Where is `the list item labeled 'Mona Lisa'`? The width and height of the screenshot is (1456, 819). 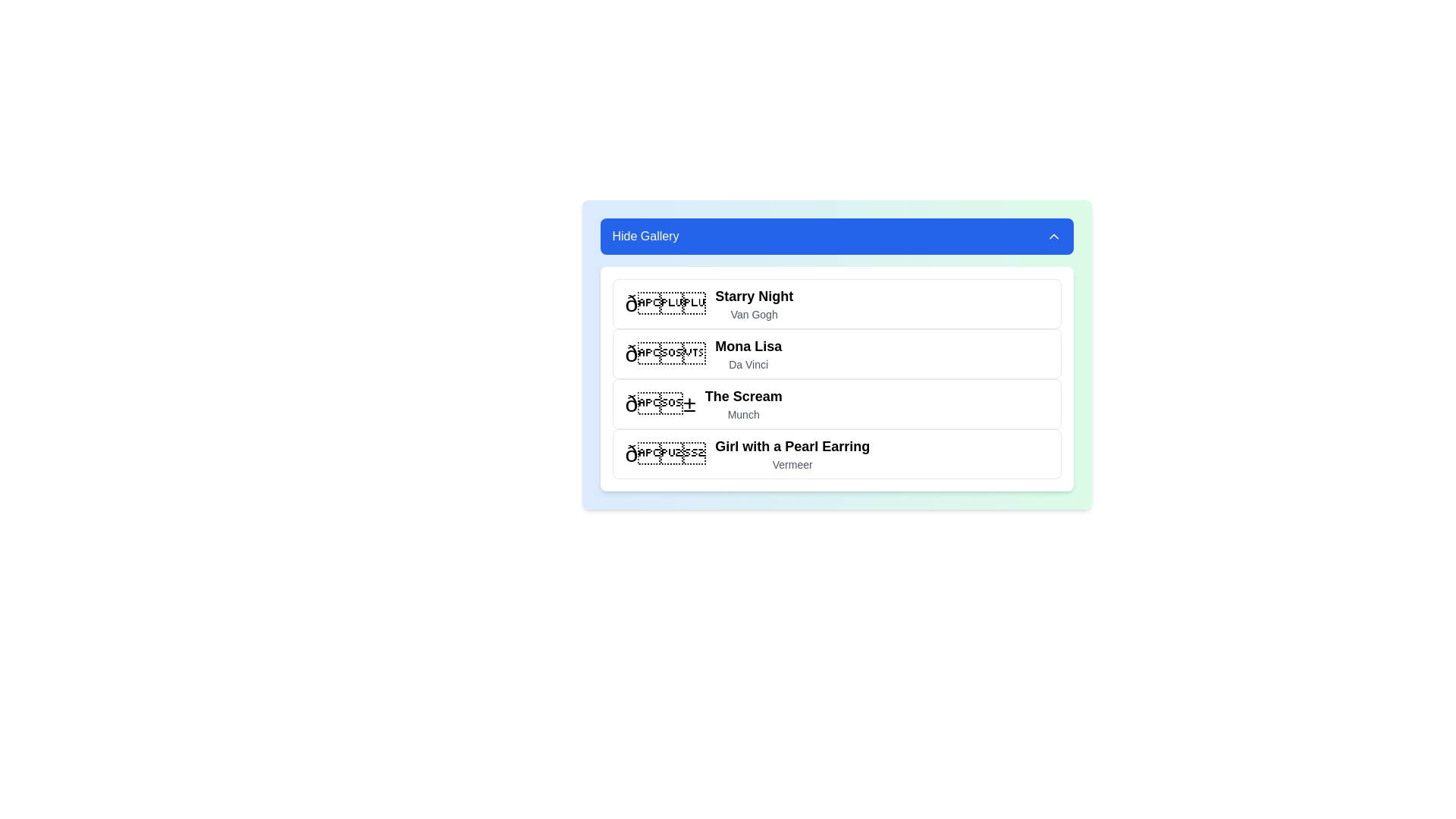
the list item labeled 'Mona Lisa' is located at coordinates (836, 354).